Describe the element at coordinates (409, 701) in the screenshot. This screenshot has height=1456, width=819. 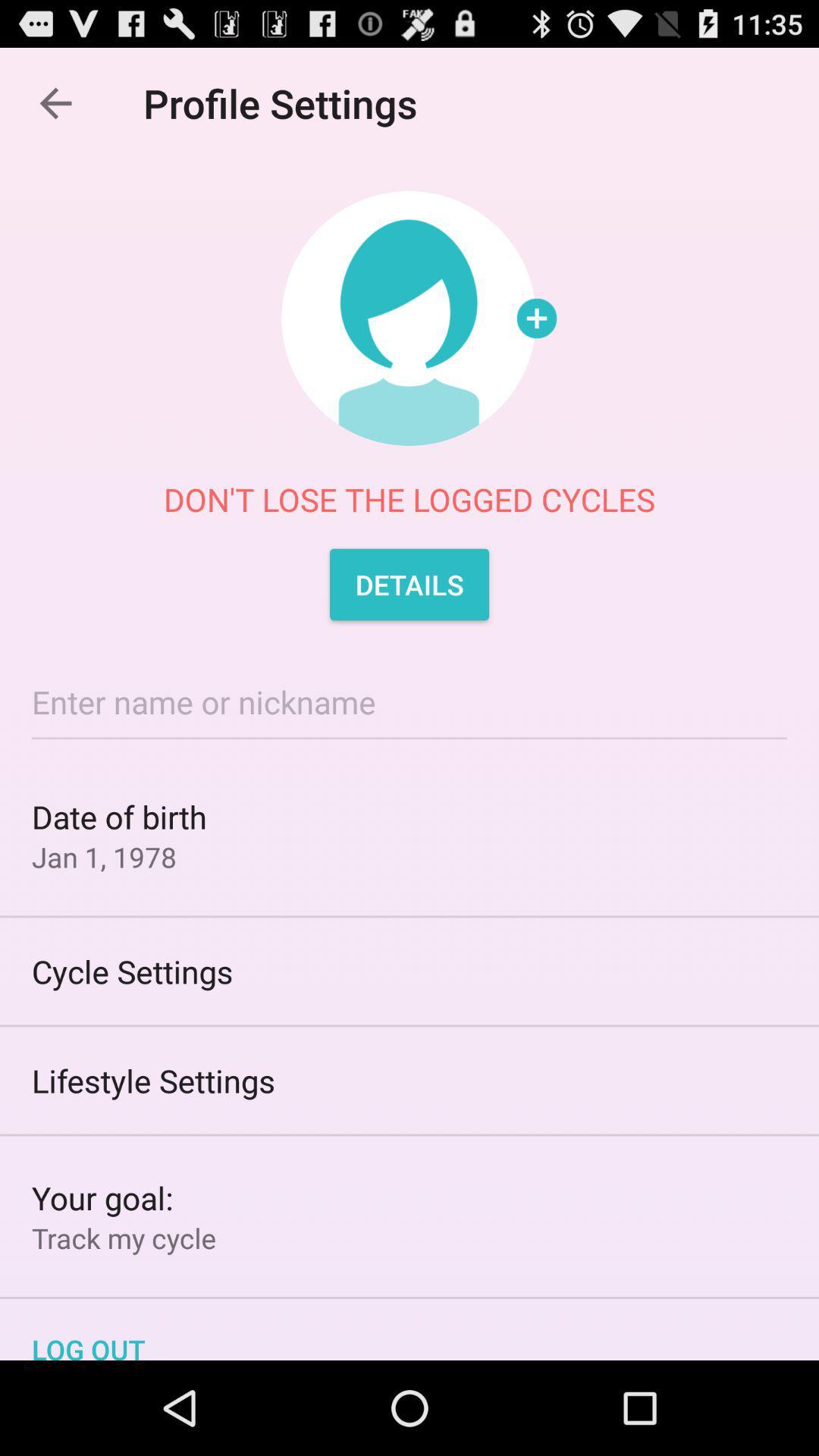
I see `name or nickname to set up the profile` at that location.